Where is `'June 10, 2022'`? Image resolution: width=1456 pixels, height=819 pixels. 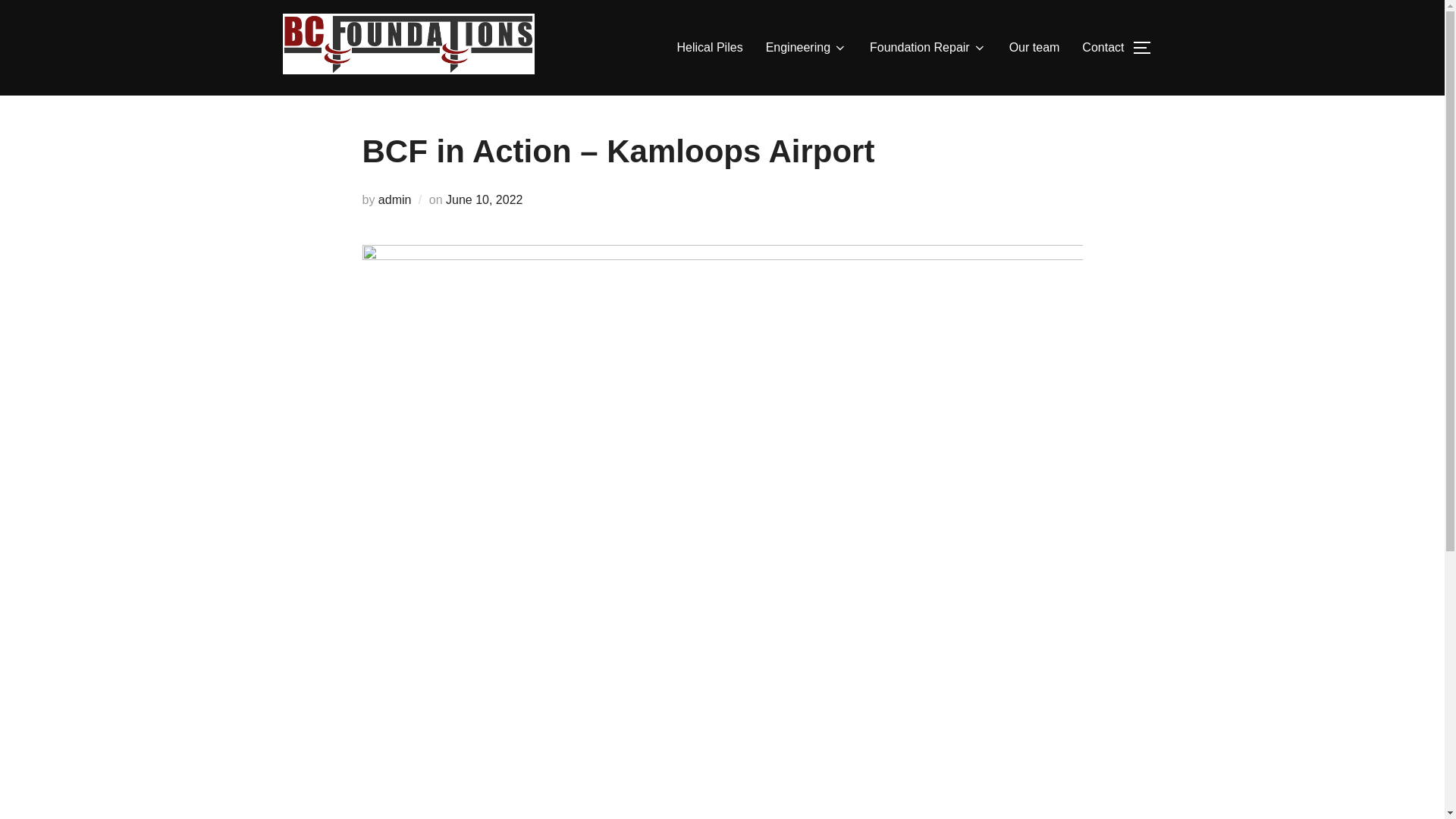
'June 10, 2022' is located at coordinates (483, 199).